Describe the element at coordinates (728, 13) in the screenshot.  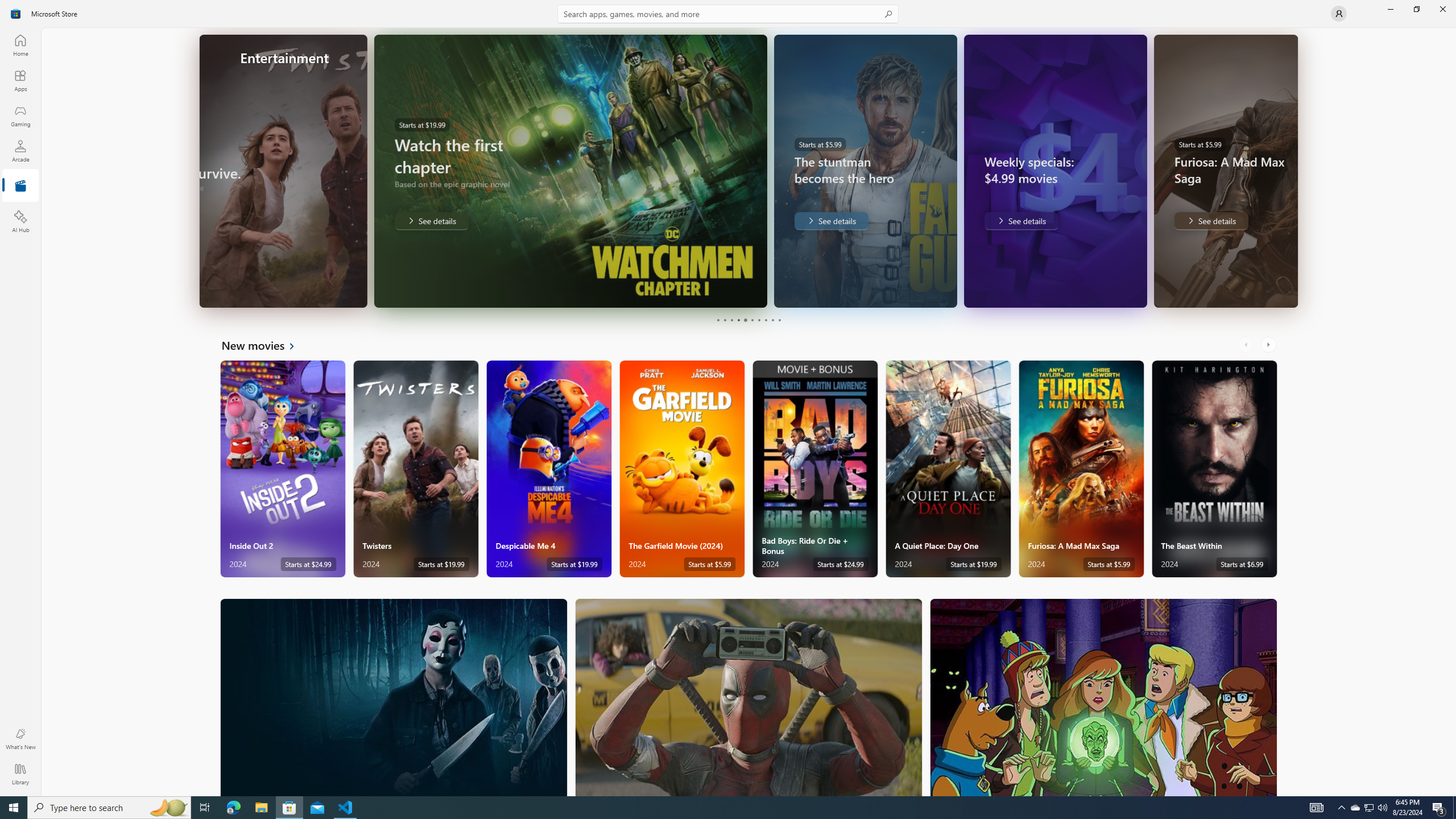
I see `'Search'` at that location.